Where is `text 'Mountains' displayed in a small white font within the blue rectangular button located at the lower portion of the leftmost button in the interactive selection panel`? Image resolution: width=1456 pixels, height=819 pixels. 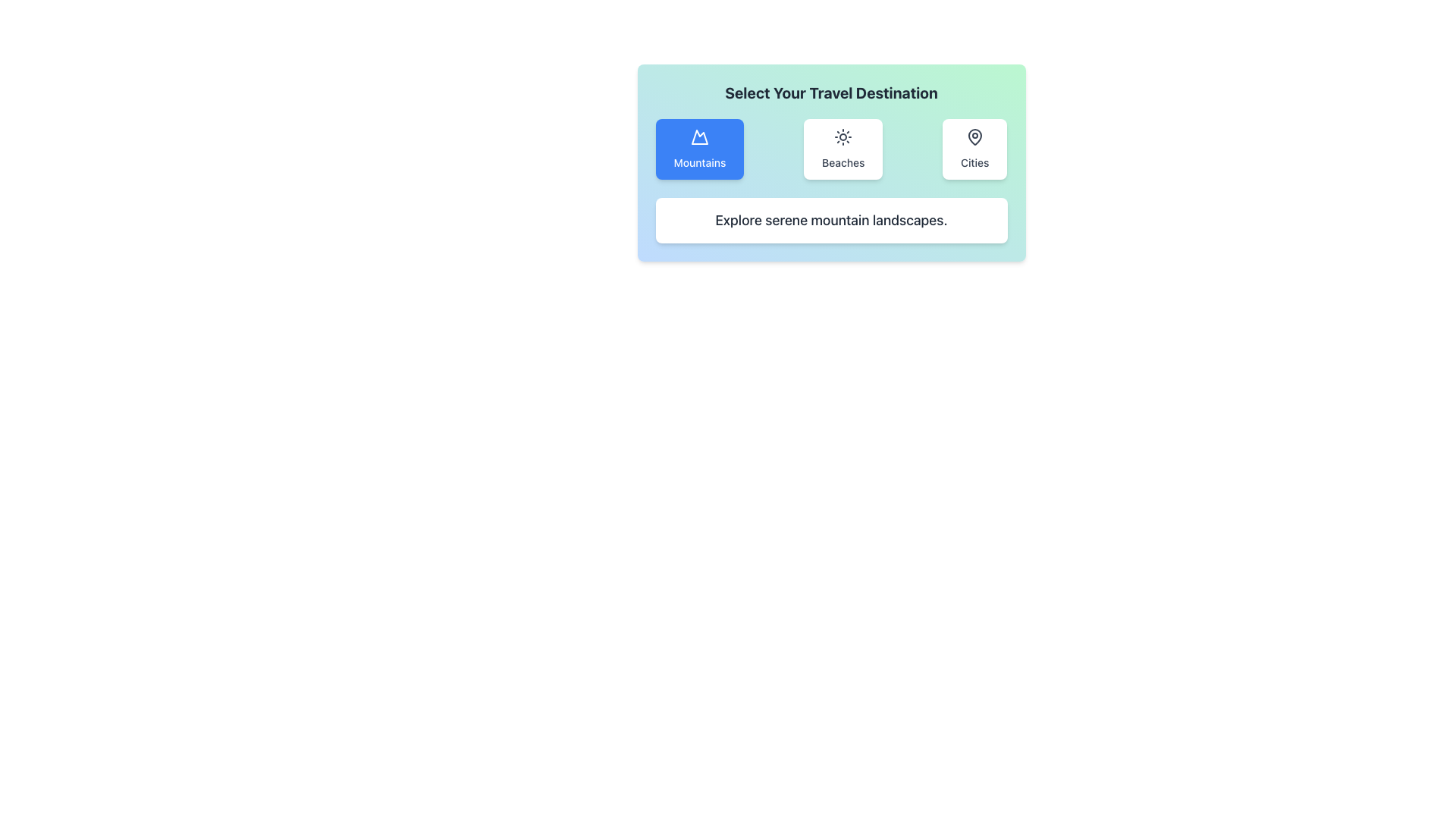 text 'Mountains' displayed in a small white font within the blue rectangular button located at the lower portion of the leftmost button in the interactive selection panel is located at coordinates (698, 163).